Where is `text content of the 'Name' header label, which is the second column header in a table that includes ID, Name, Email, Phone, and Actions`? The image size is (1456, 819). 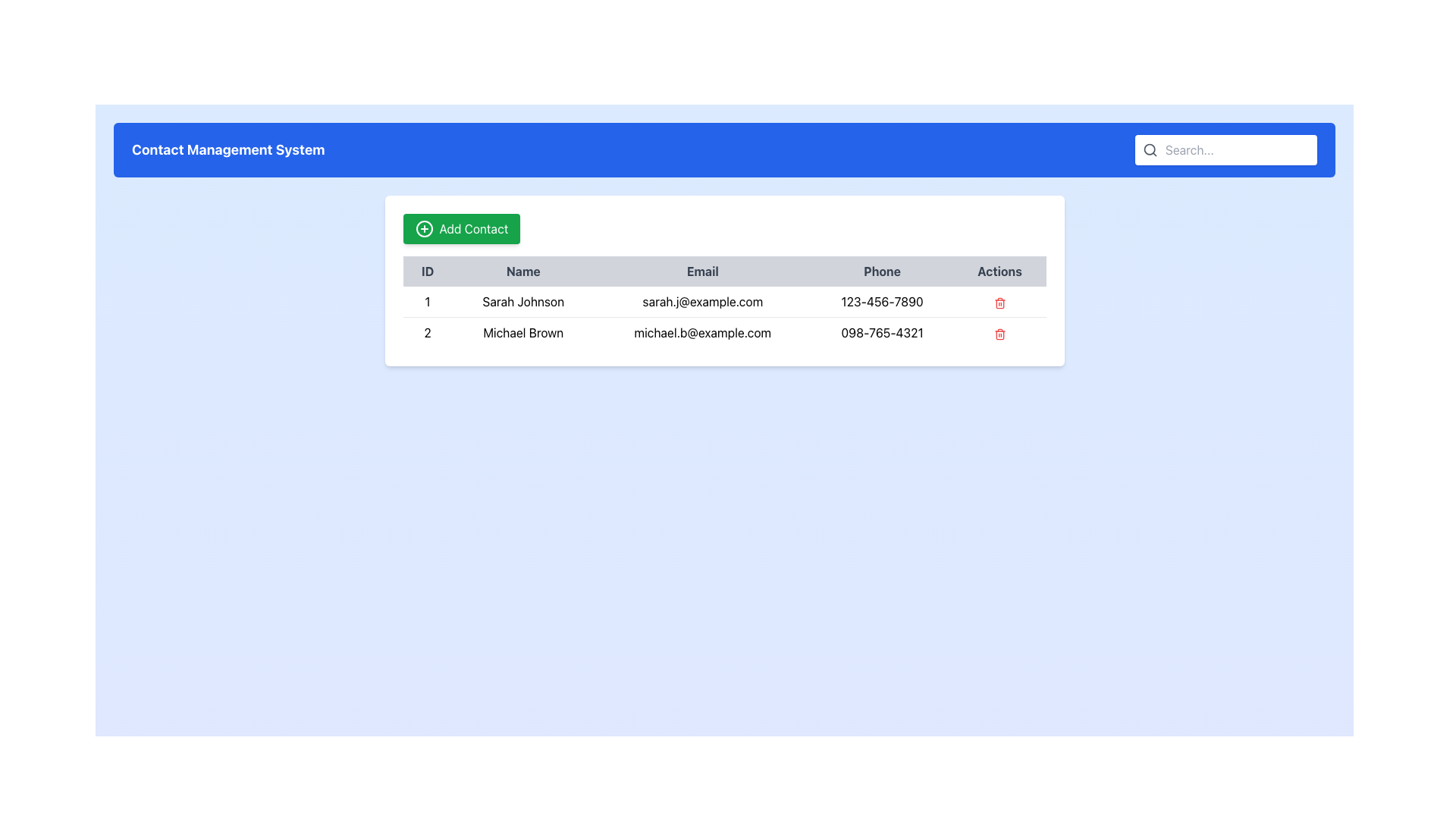
text content of the 'Name' header label, which is the second column header in a table that includes ID, Name, Email, Phone, and Actions is located at coordinates (523, 271).